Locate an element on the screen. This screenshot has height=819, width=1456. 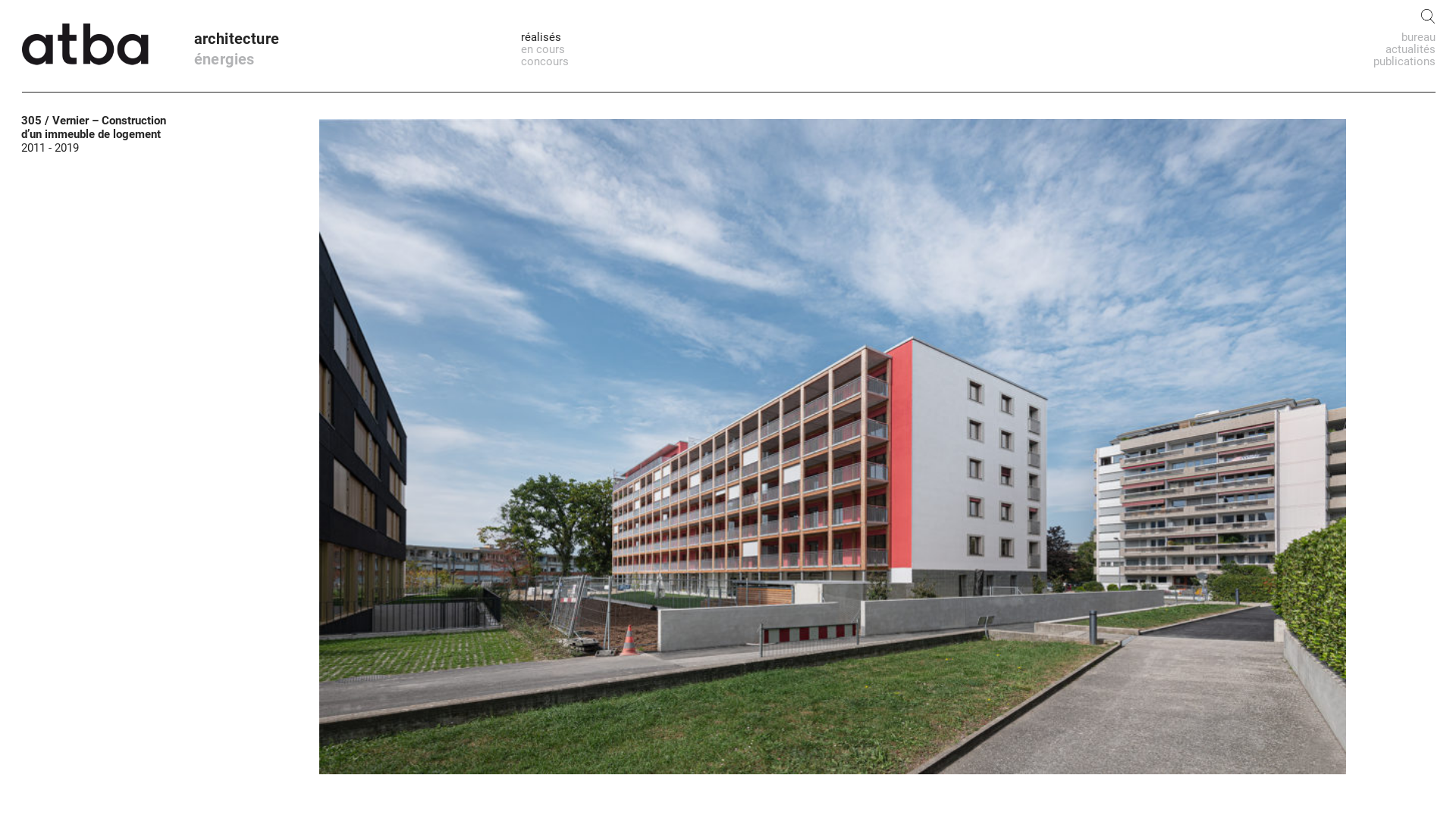
'en cours' is located at coordinates (542, 49).